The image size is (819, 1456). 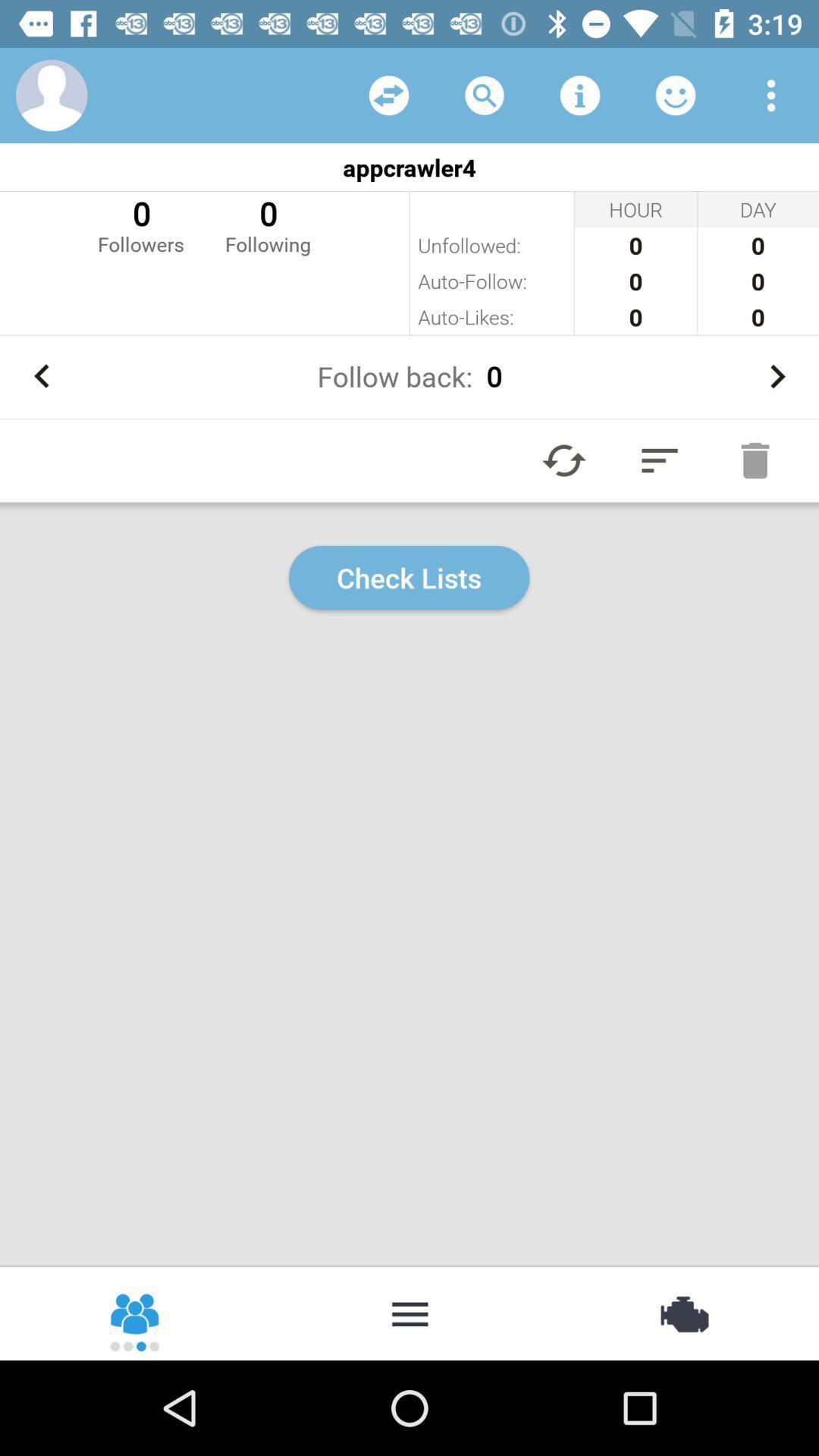 What do you see at coordinates (777, 376) in the screenshot?
I see `next screen` at bounding box center [777, 376].